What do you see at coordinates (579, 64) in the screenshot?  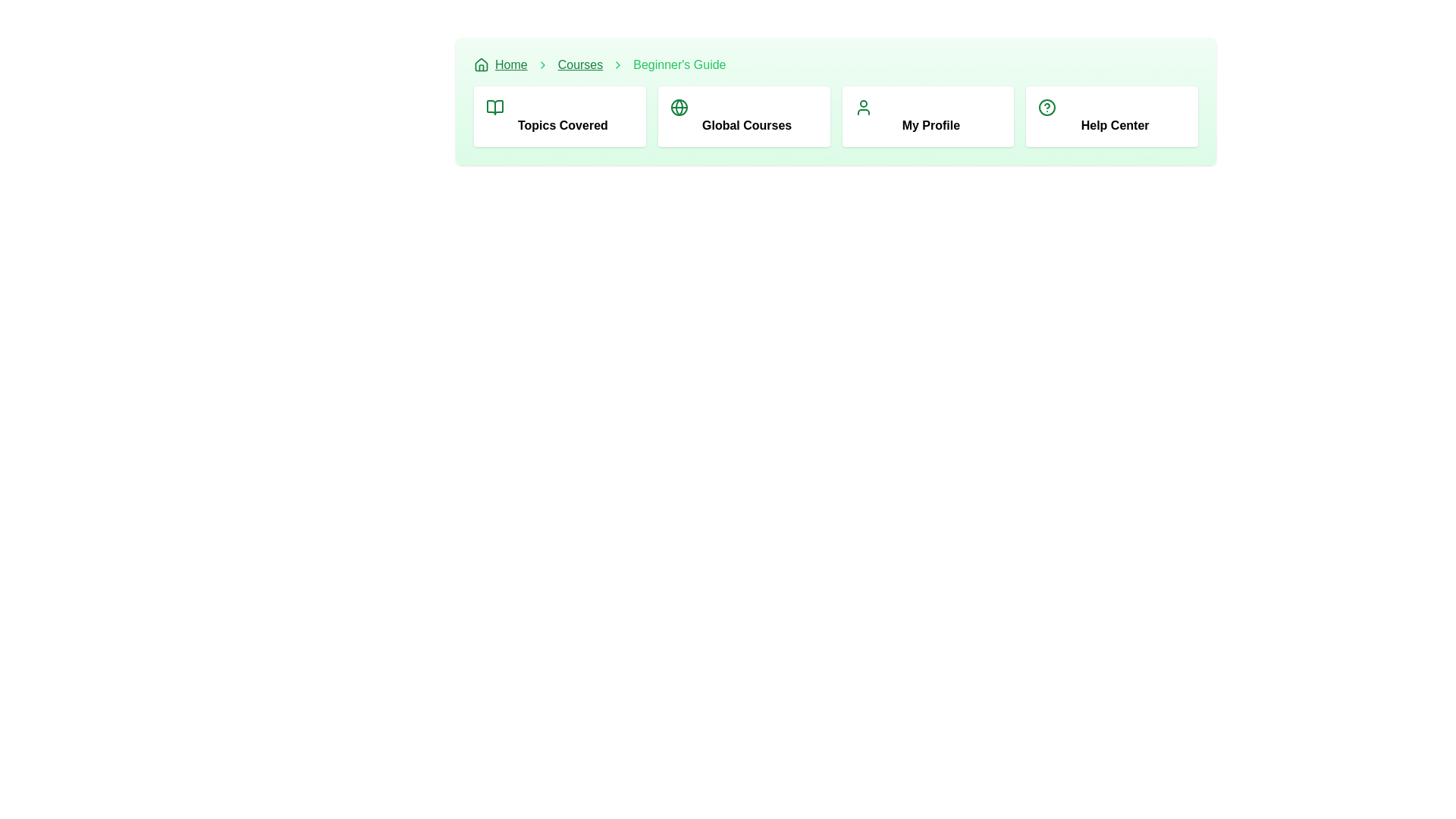 I see `the second item in the breadcrumb navigation bar, which is a hyperlink leading to the courses page, to change its color` at bounding box center [579, 64].